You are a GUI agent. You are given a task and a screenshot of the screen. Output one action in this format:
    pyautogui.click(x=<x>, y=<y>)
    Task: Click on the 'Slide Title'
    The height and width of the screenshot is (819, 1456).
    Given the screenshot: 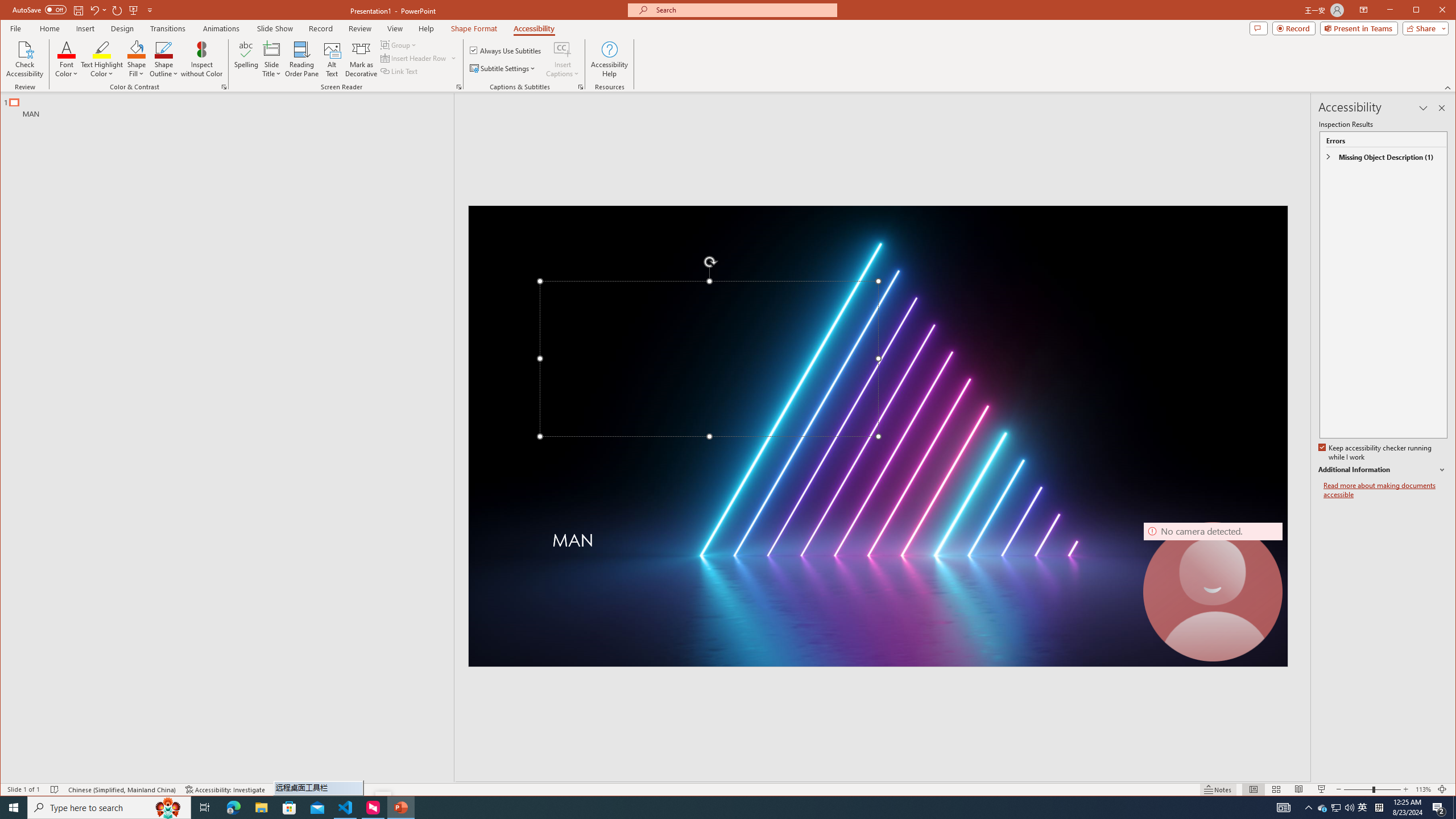 What is the action you would take?
    pyautogui.click(x=271, y=48)
    